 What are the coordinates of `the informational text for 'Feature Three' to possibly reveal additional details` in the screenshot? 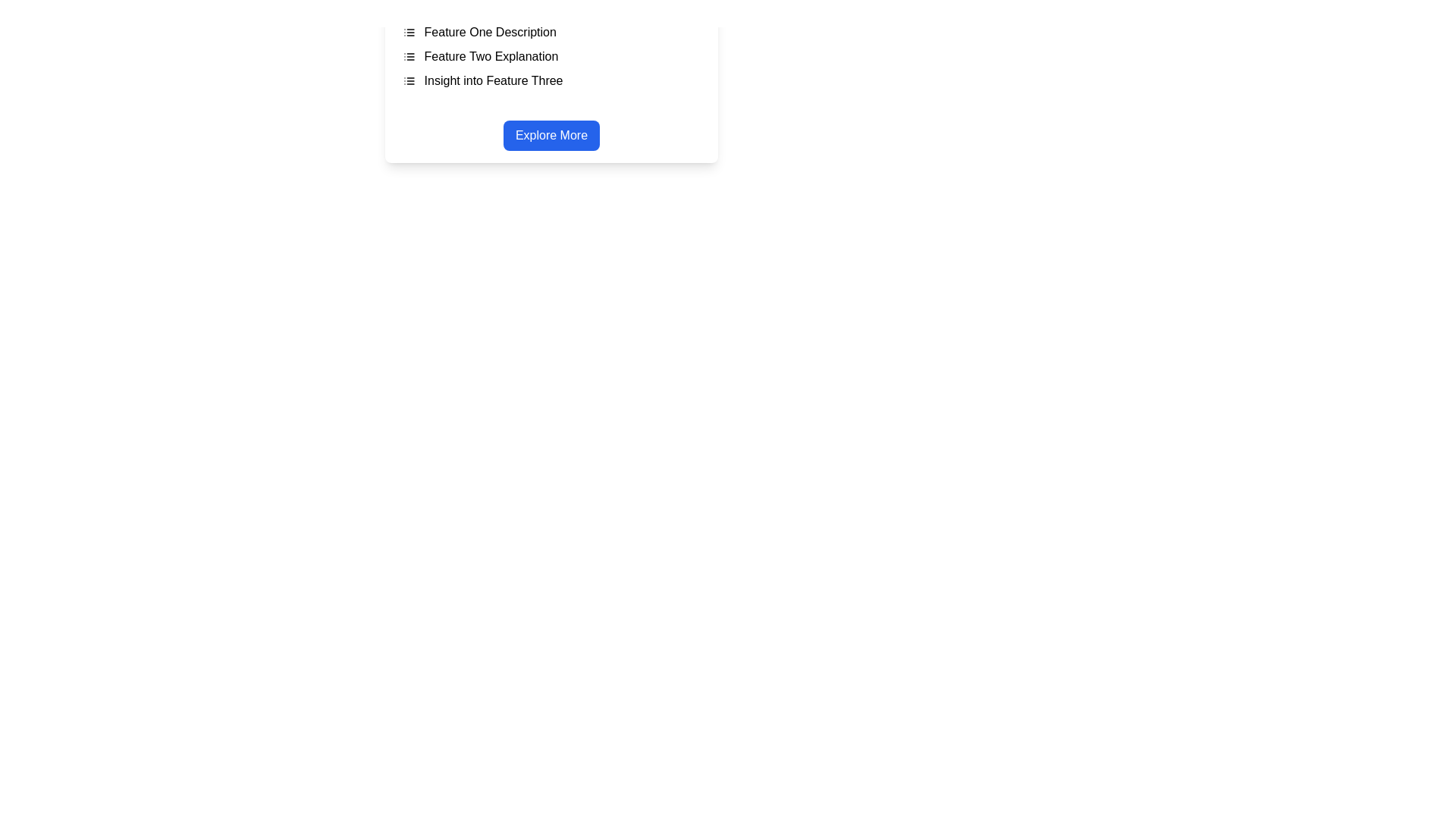 It's located at (551, 80).